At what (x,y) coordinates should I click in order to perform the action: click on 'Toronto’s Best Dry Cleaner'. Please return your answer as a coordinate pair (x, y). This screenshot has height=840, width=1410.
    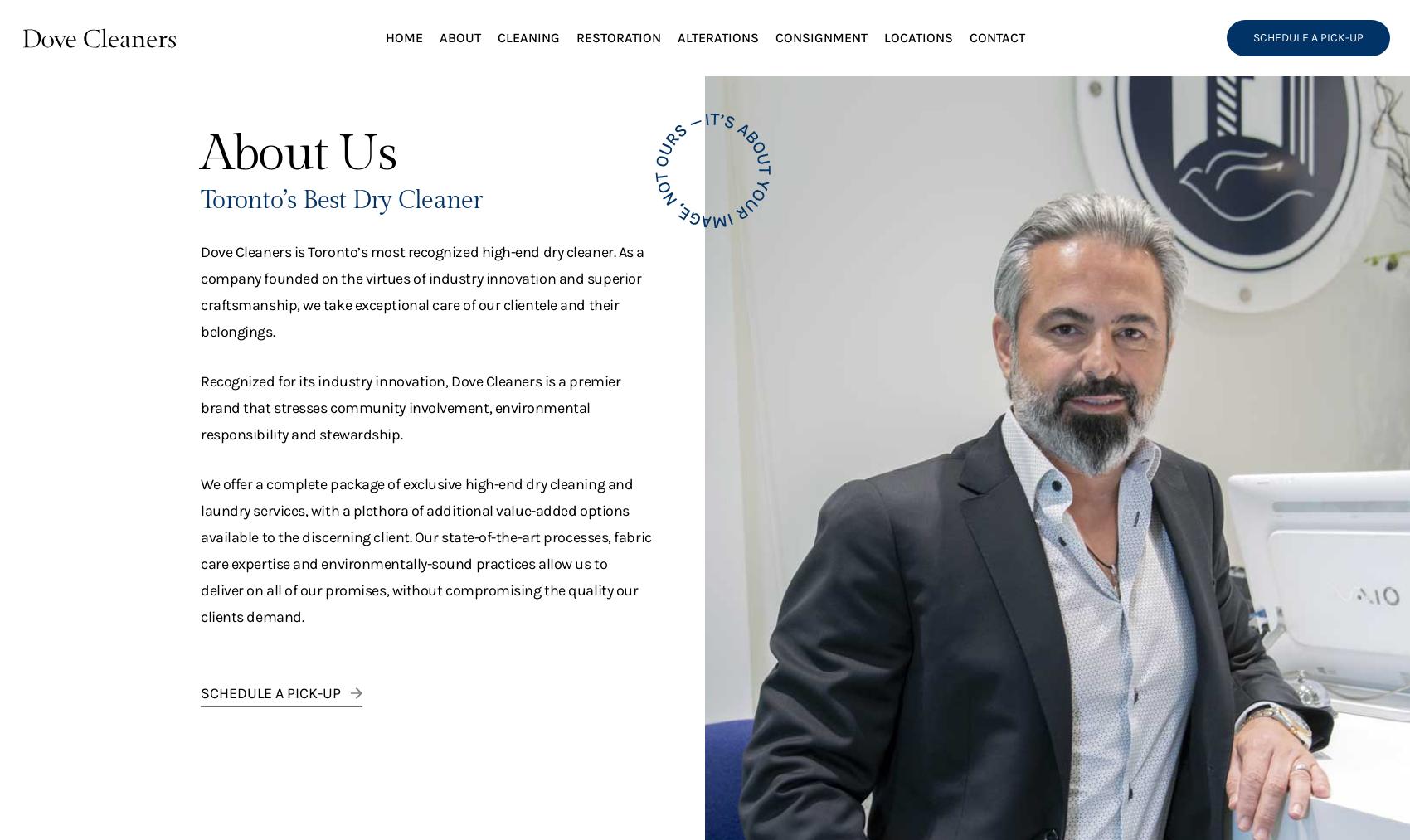
    Looking at the image, I should click on (340, 200).